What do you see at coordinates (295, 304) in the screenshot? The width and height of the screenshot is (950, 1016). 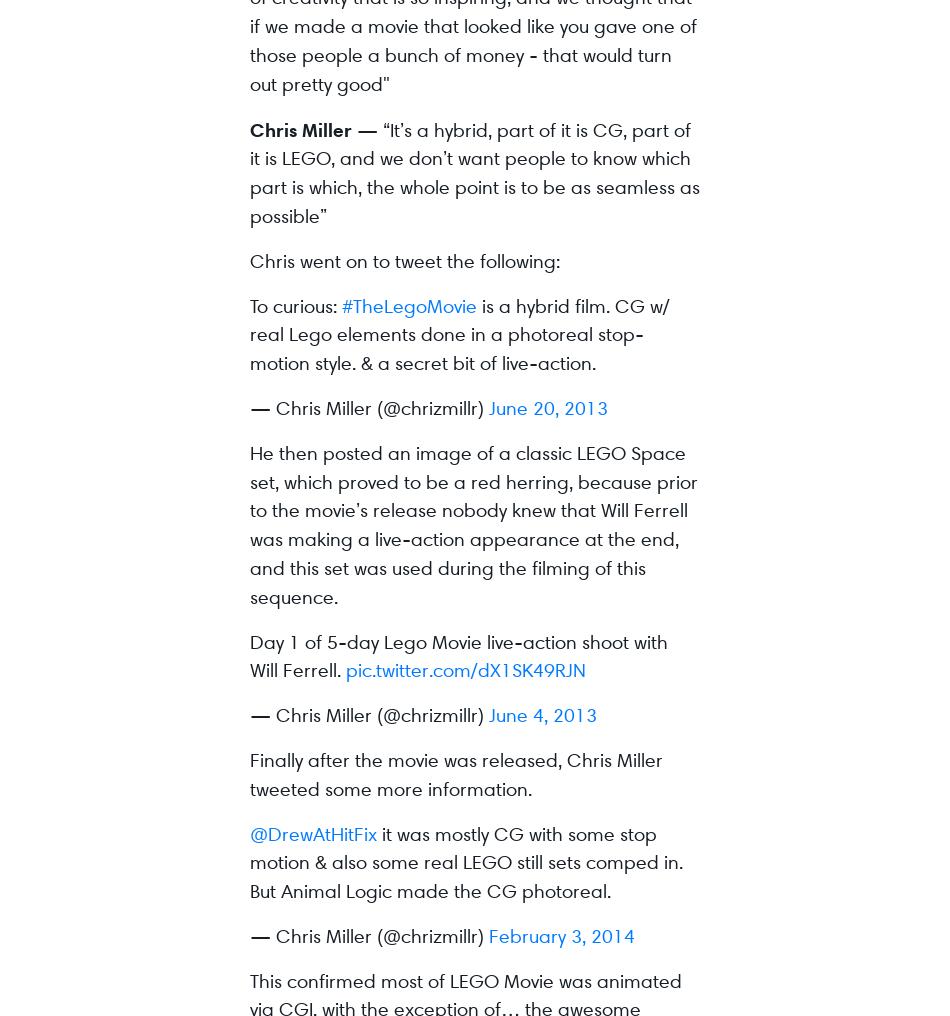 I see `'To curious:'` at bounding box center [295, 304].